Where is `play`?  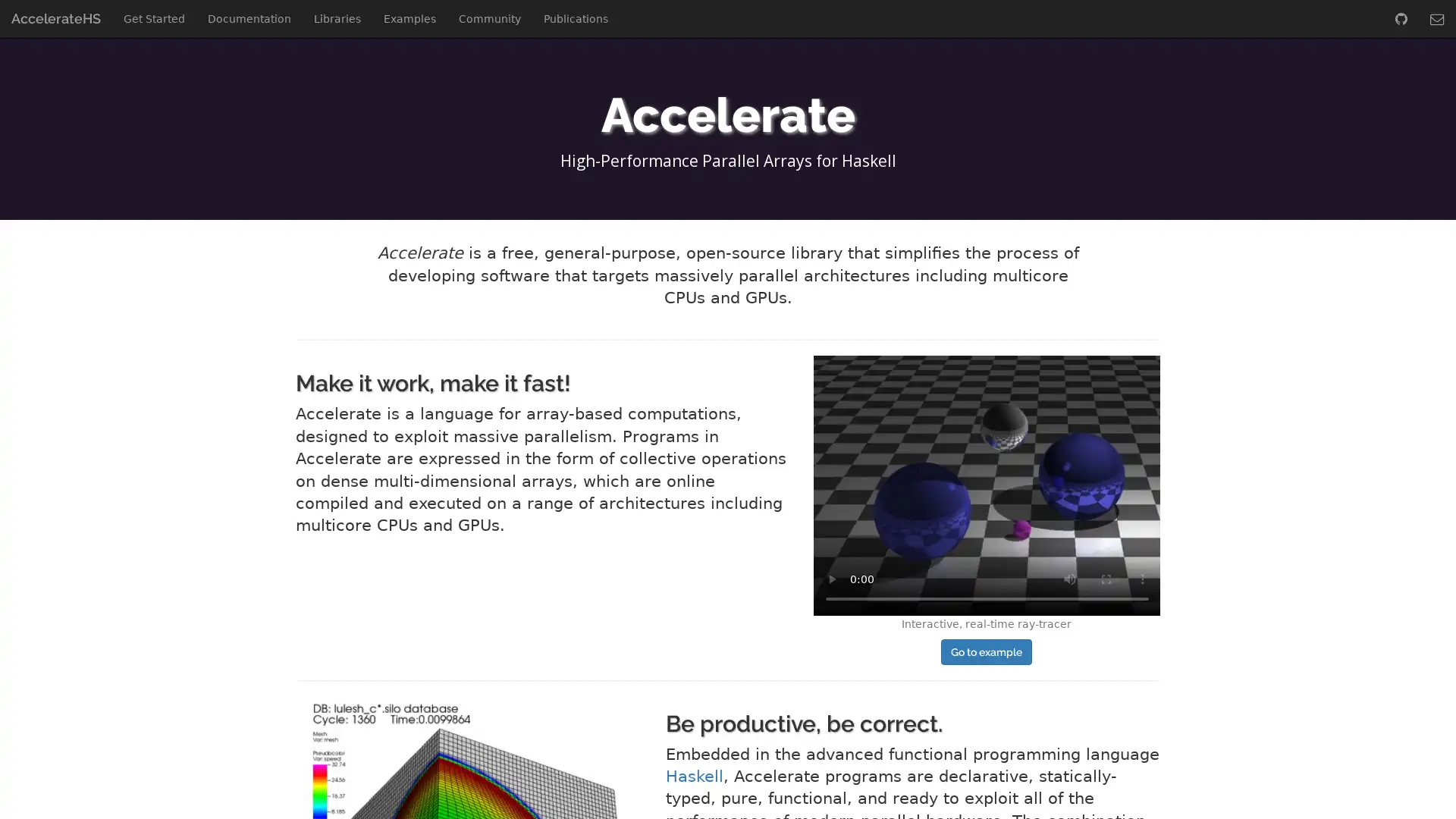 play is located at coordinates (830, 579).